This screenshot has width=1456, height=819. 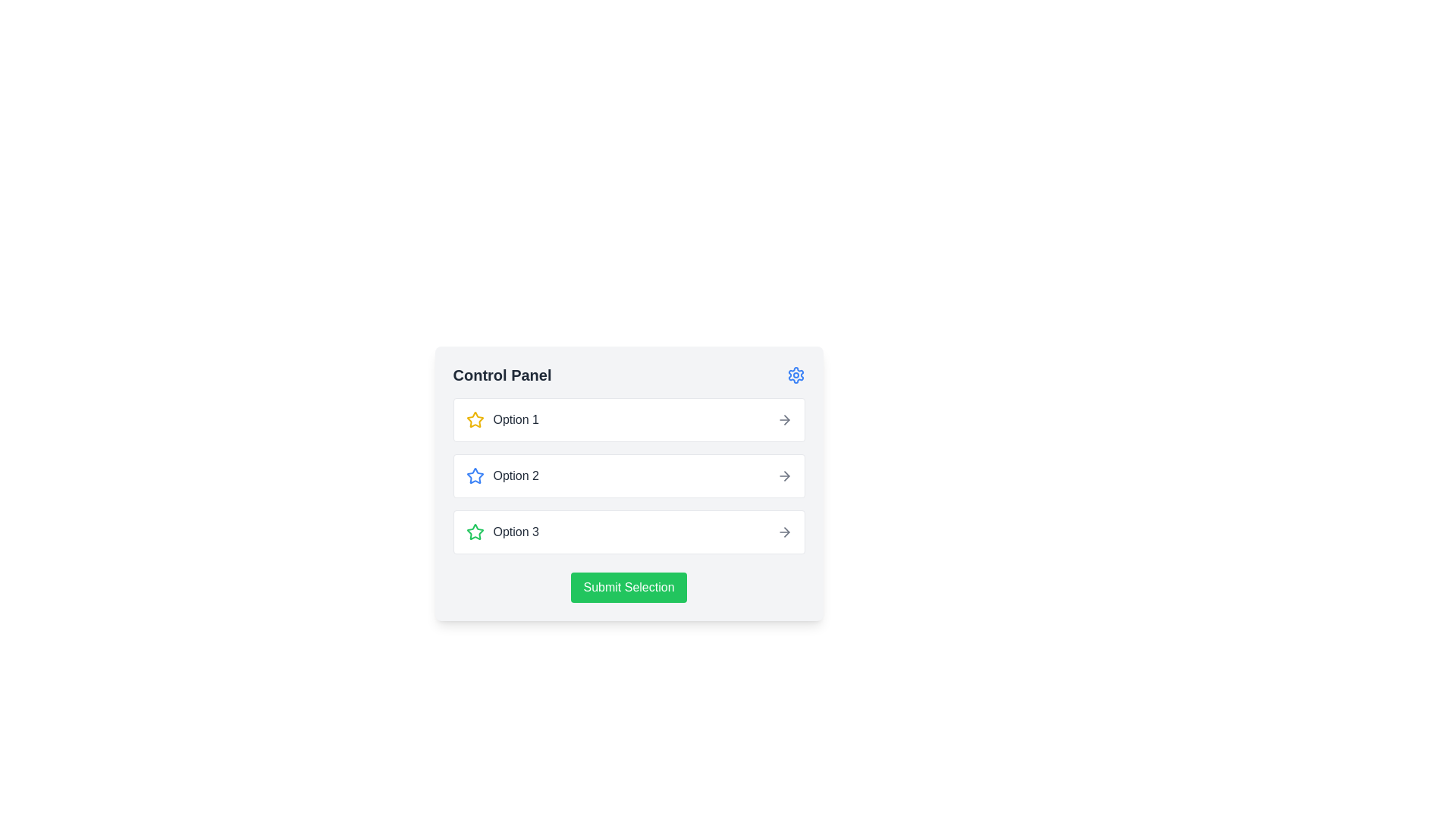 What do you see at coordinates (795, 375) in the screenshot?
I see `the gear-shaped SVG settings icon located near the top-right corner of the 'Control Panel'` at bounding box center [795, 375].